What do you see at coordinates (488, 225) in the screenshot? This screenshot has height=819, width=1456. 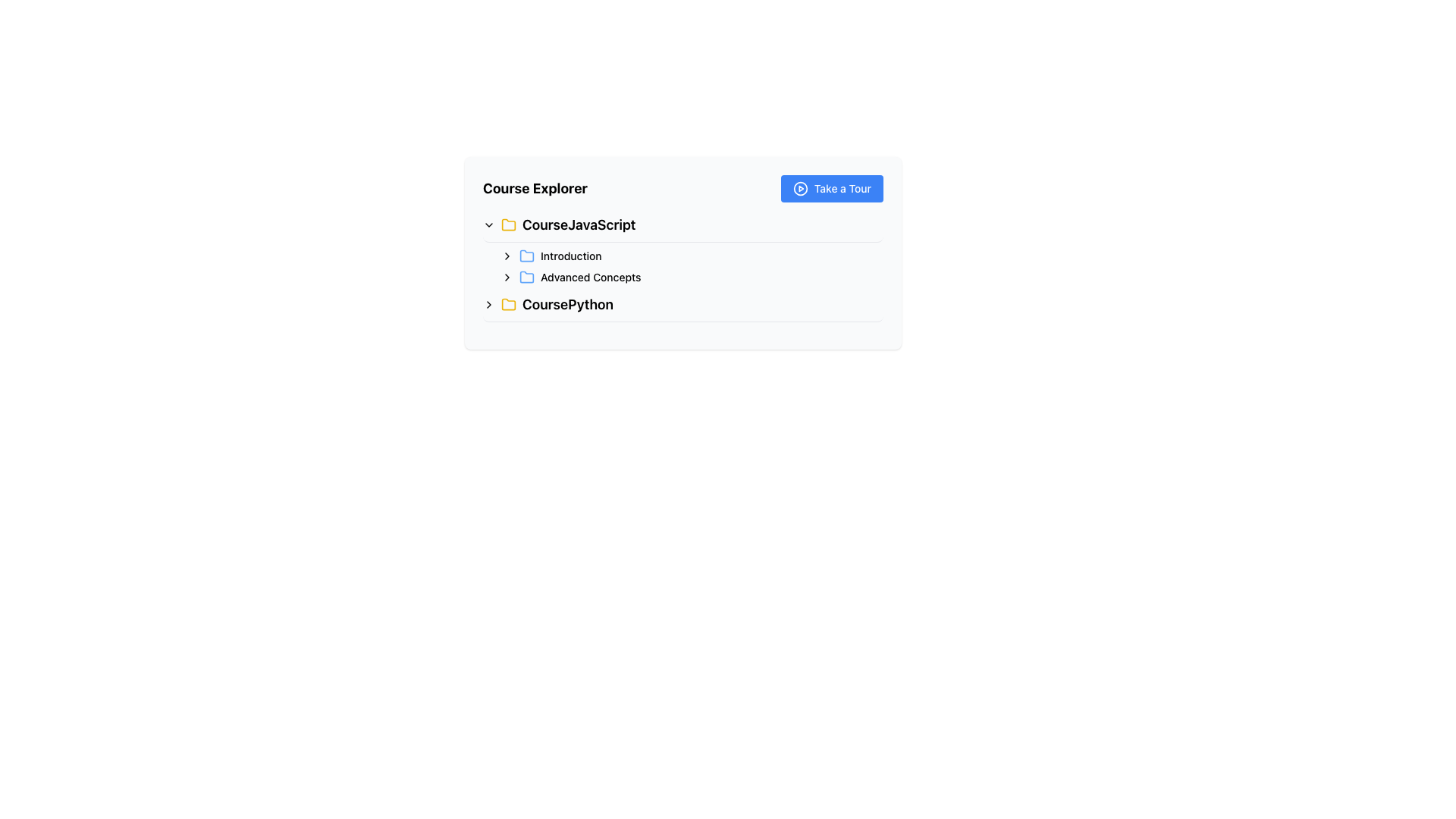 I see `the collapsible toggle icon for the 'CourseJavaScript' section` at bounding box center [488, 225].